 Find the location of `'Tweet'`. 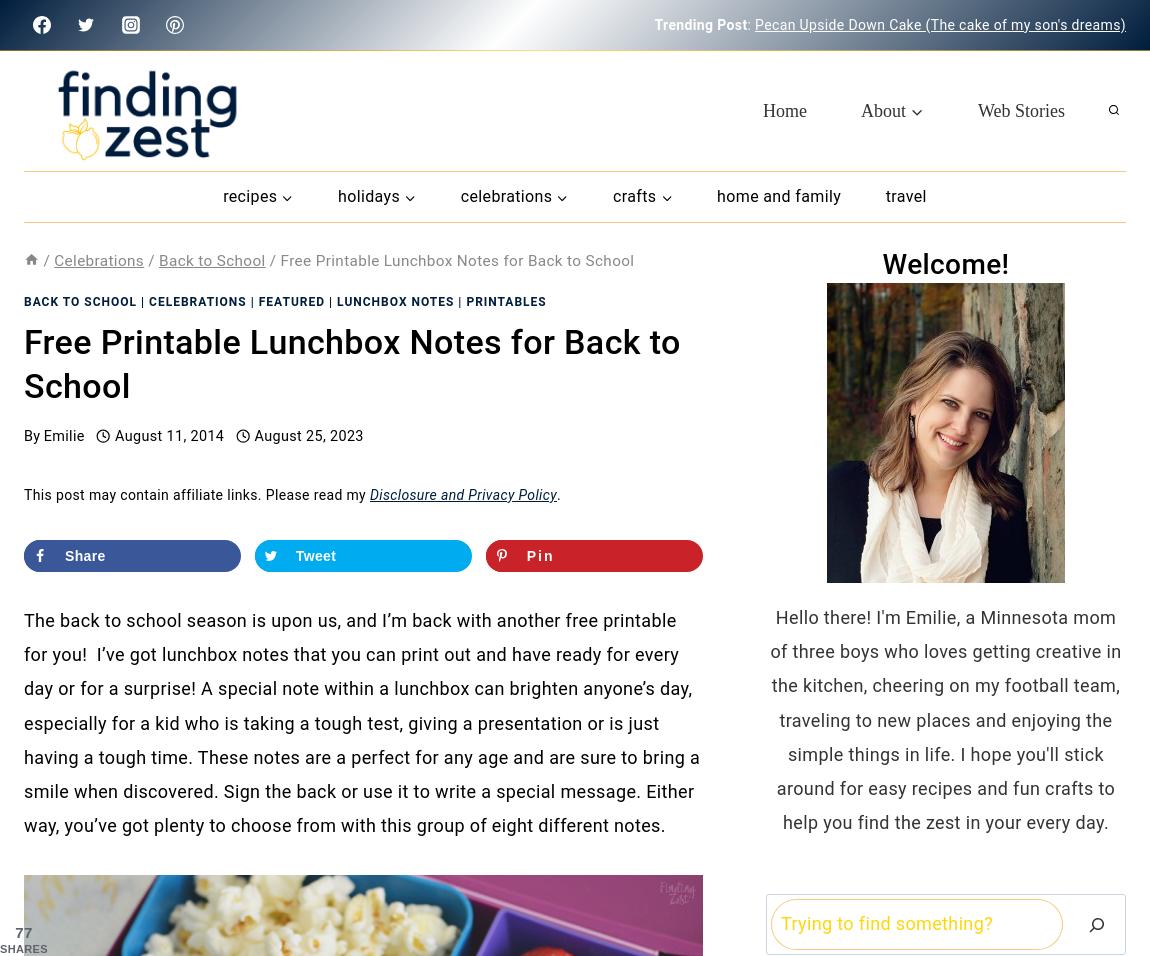

'Tweet' is located at coordinates (315, 555).